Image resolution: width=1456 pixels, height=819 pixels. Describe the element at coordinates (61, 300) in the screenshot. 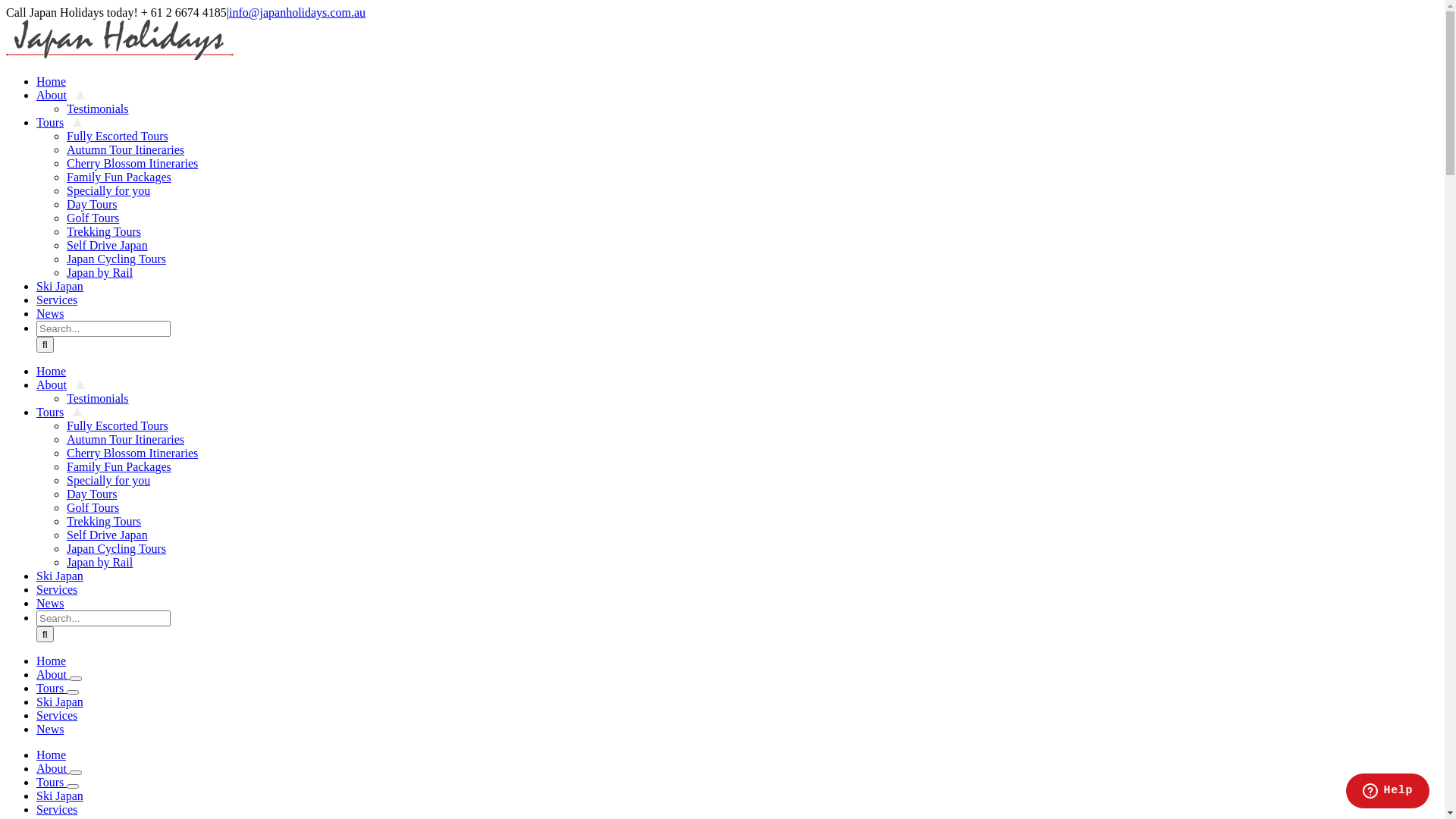

I see `'Services'` at that location.